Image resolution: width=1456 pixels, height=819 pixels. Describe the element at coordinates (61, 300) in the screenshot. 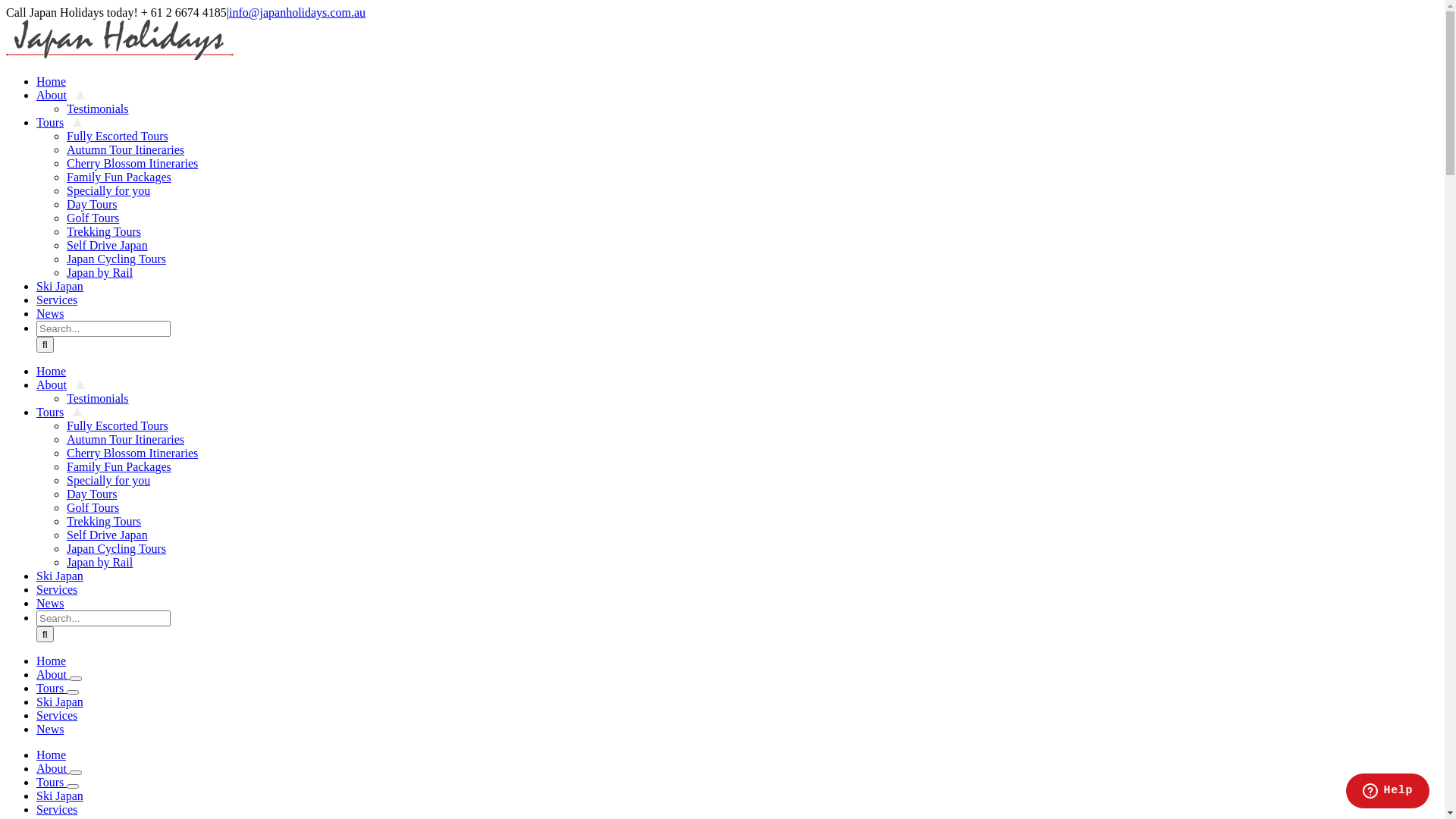

I see `'Services'` at that location.